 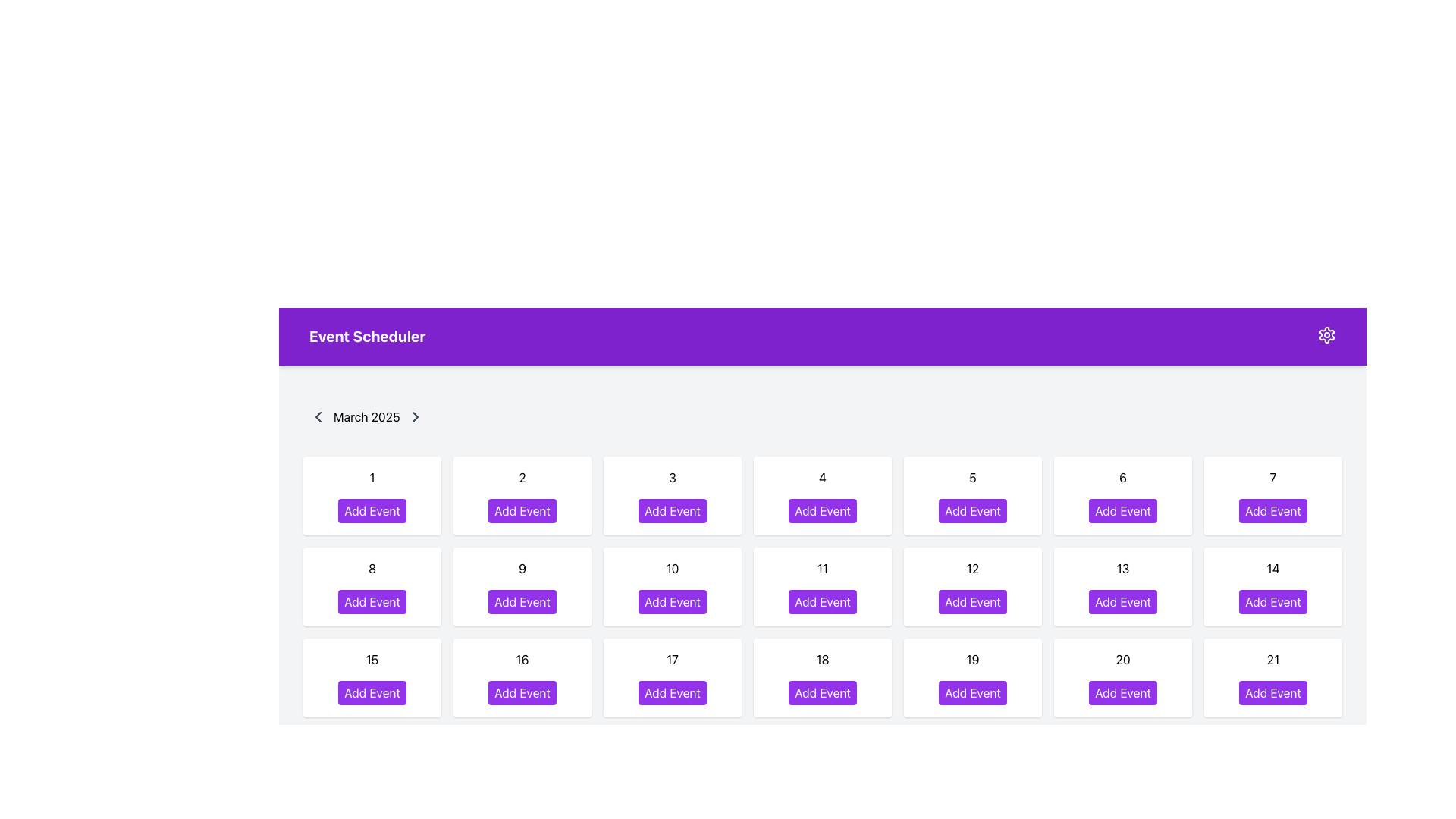 What do you see at coordinates (972, 496) in the screenshot?
I see `the 'Add Event' button for the specified day, indicated by the number '5', located in the first row of the grid layout` at bounding box center [972, 496].